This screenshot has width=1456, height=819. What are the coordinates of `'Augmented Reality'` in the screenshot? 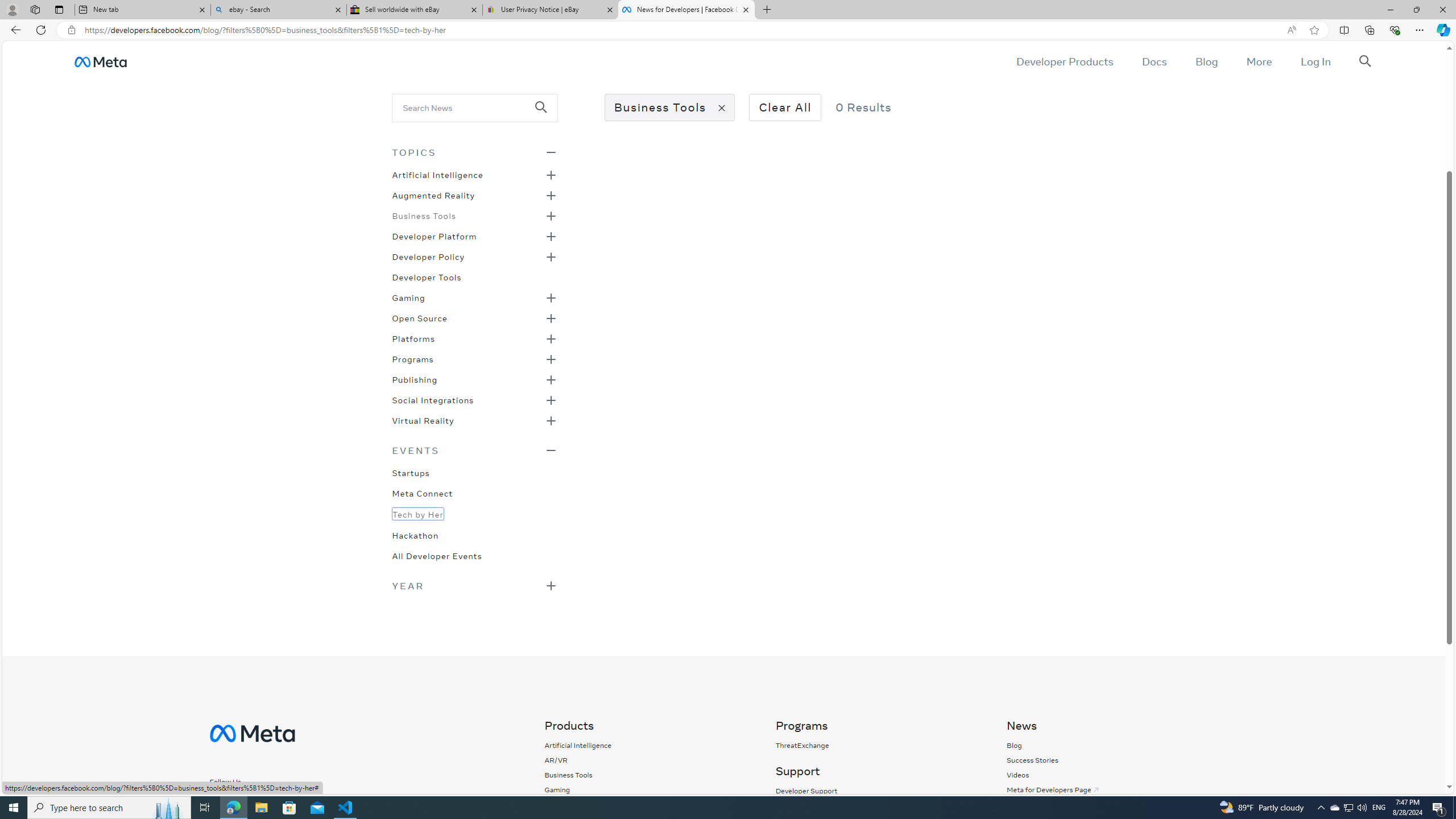 It's located at (433, 194).